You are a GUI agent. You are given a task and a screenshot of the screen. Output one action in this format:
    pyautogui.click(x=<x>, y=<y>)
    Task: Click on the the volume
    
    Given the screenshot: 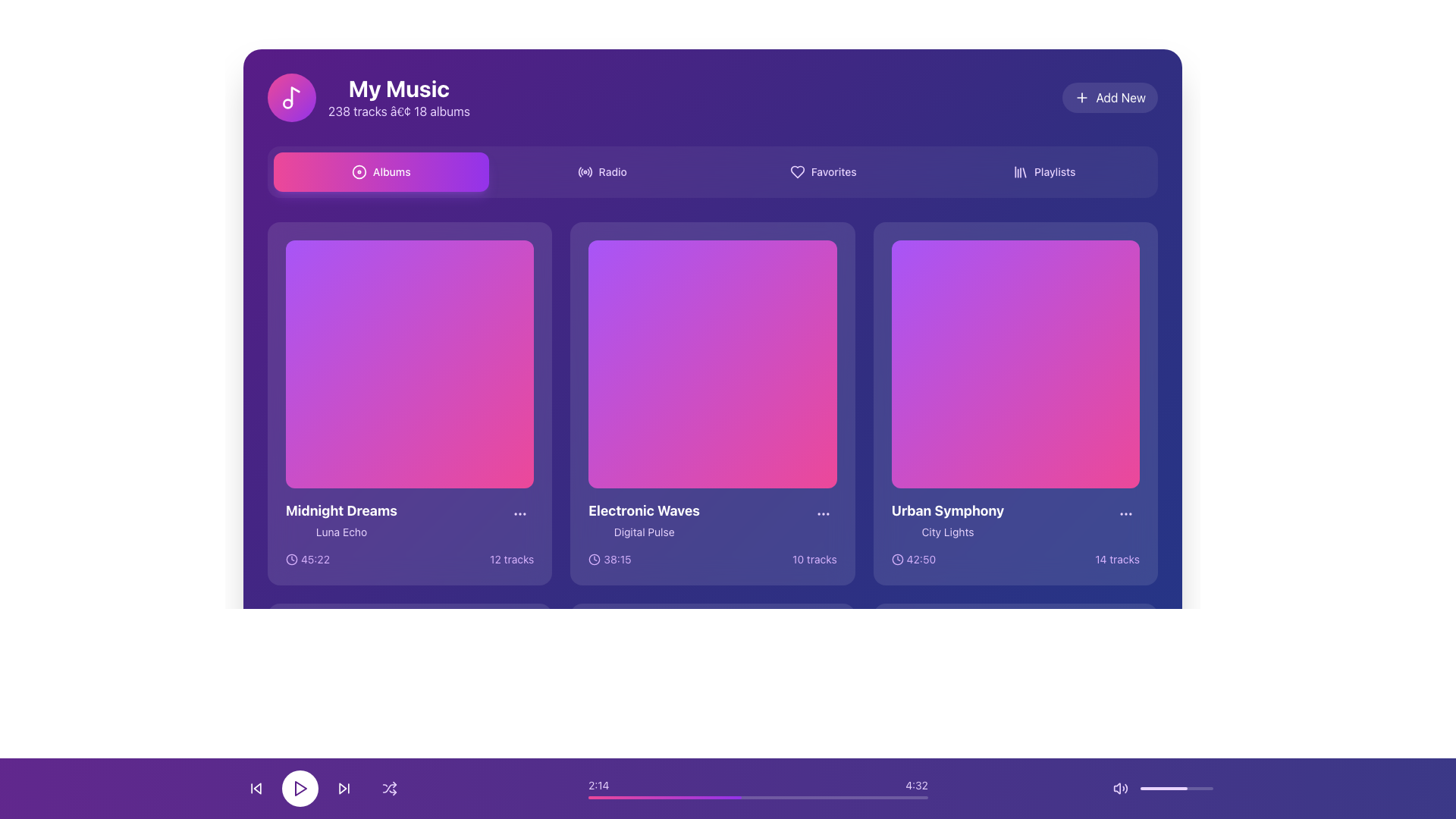 What is the action you would take?
    pyautogui.click(x=1159, y=788)
    